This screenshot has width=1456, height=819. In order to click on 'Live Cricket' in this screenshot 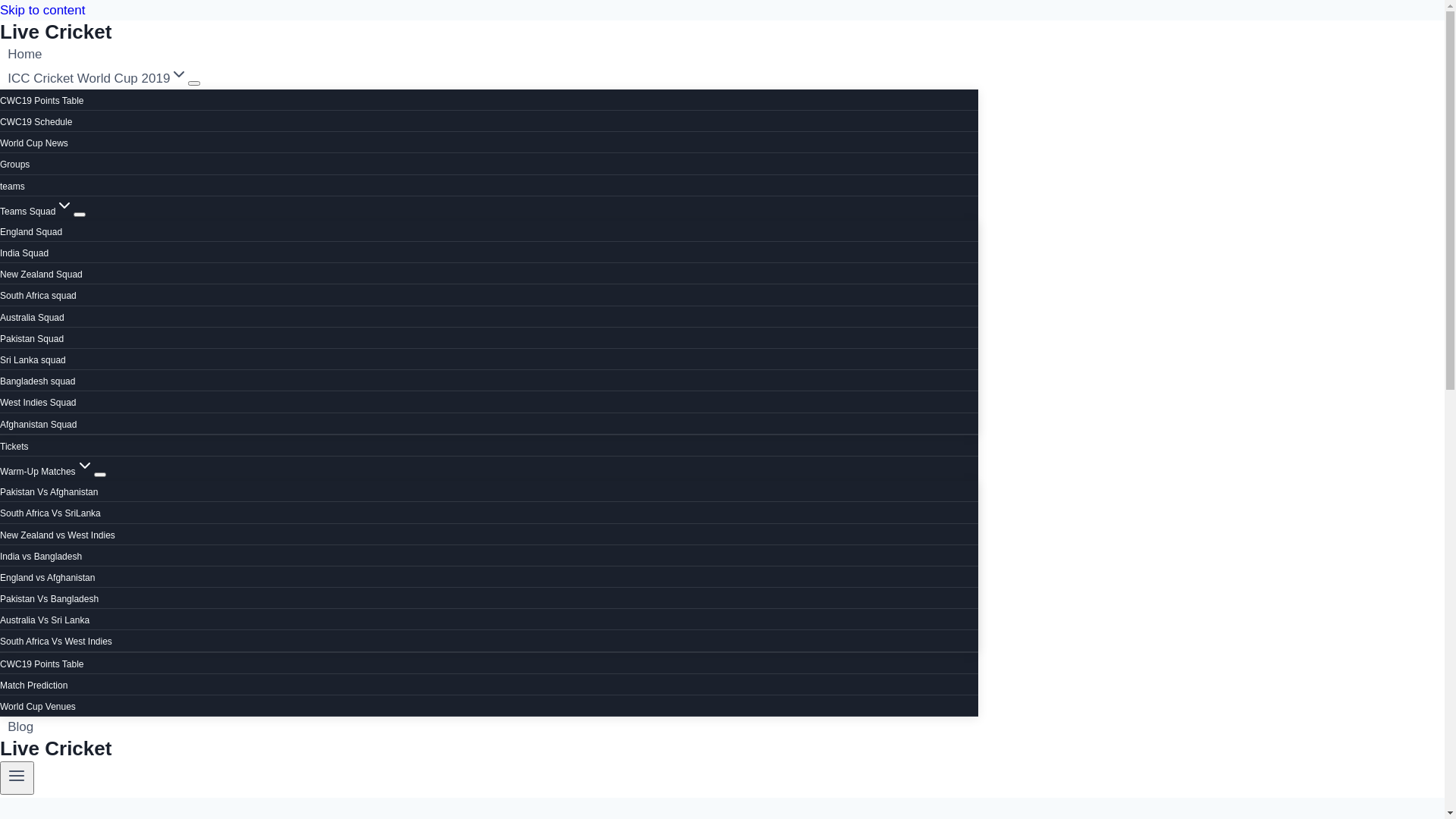, I will do `click(488, 32)`.